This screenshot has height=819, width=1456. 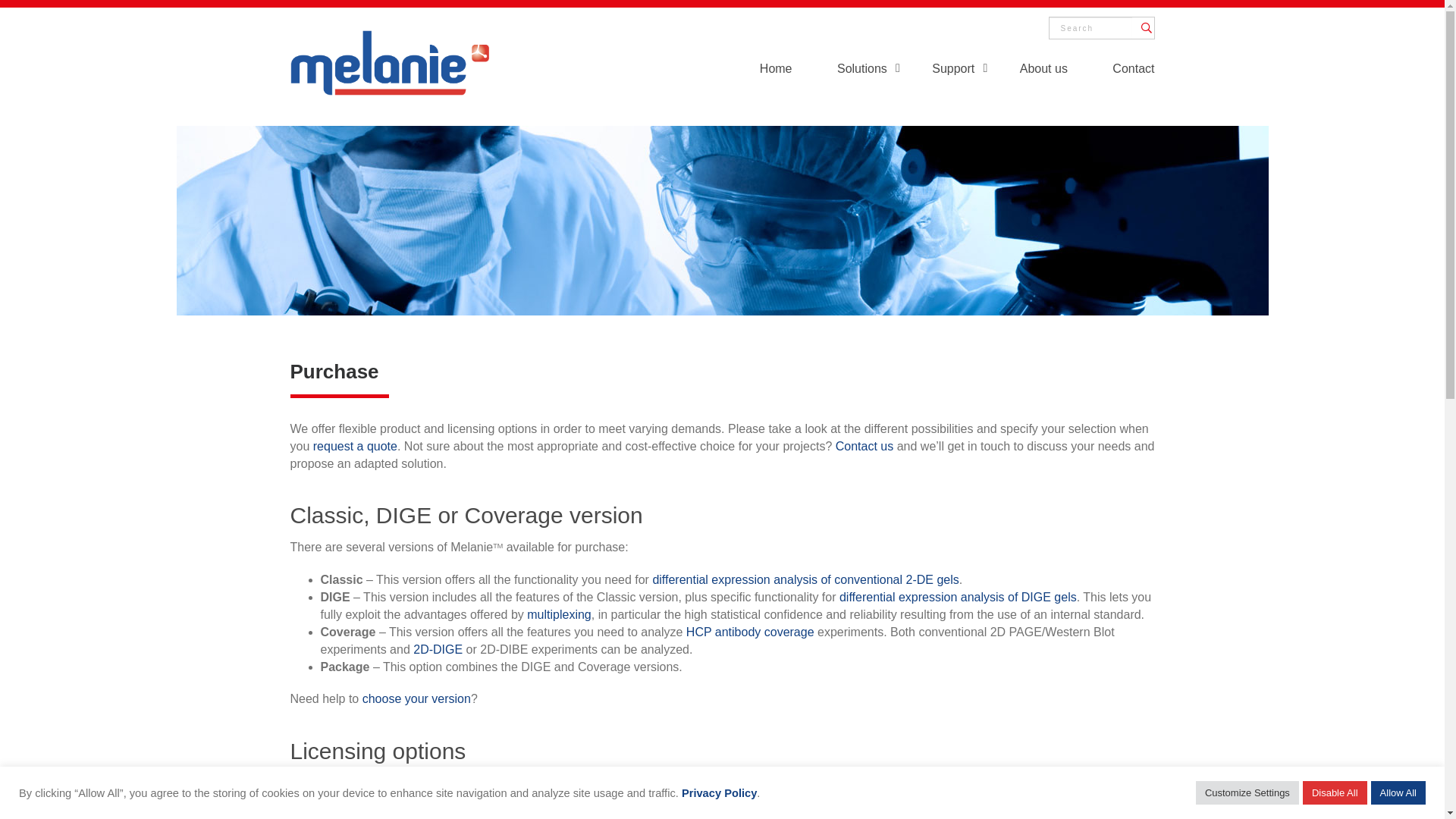 What do you see at coordinates (354, 445) in the screenshot?
I see `'request a quote'` at bounding box center [354, 445].